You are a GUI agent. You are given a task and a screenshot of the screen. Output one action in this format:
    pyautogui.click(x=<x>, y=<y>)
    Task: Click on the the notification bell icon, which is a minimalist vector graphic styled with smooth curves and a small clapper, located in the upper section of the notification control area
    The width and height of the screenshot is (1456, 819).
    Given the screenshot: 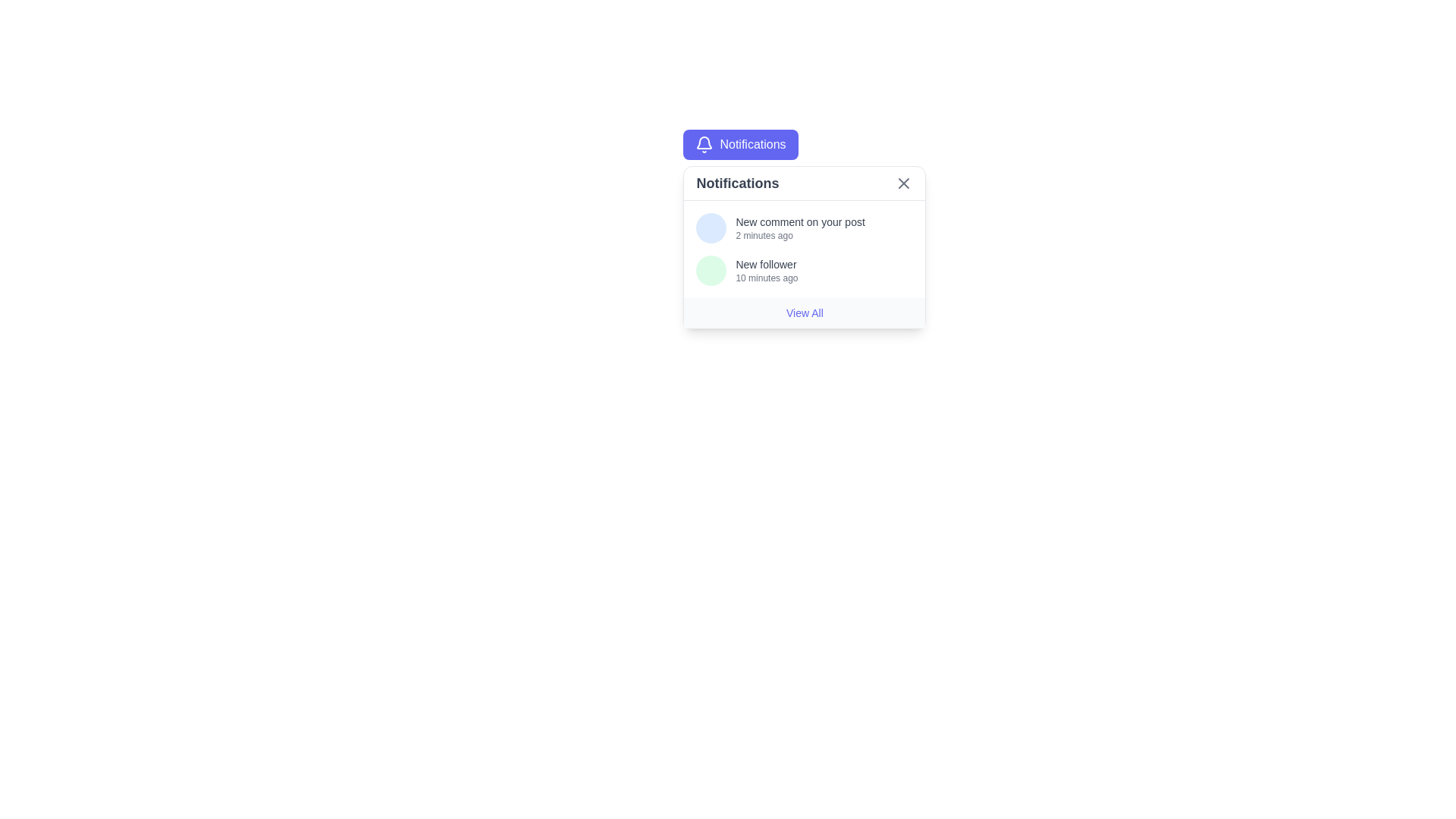 What is the action you would take?
    pyautogui.click(x=704, y=143)
    